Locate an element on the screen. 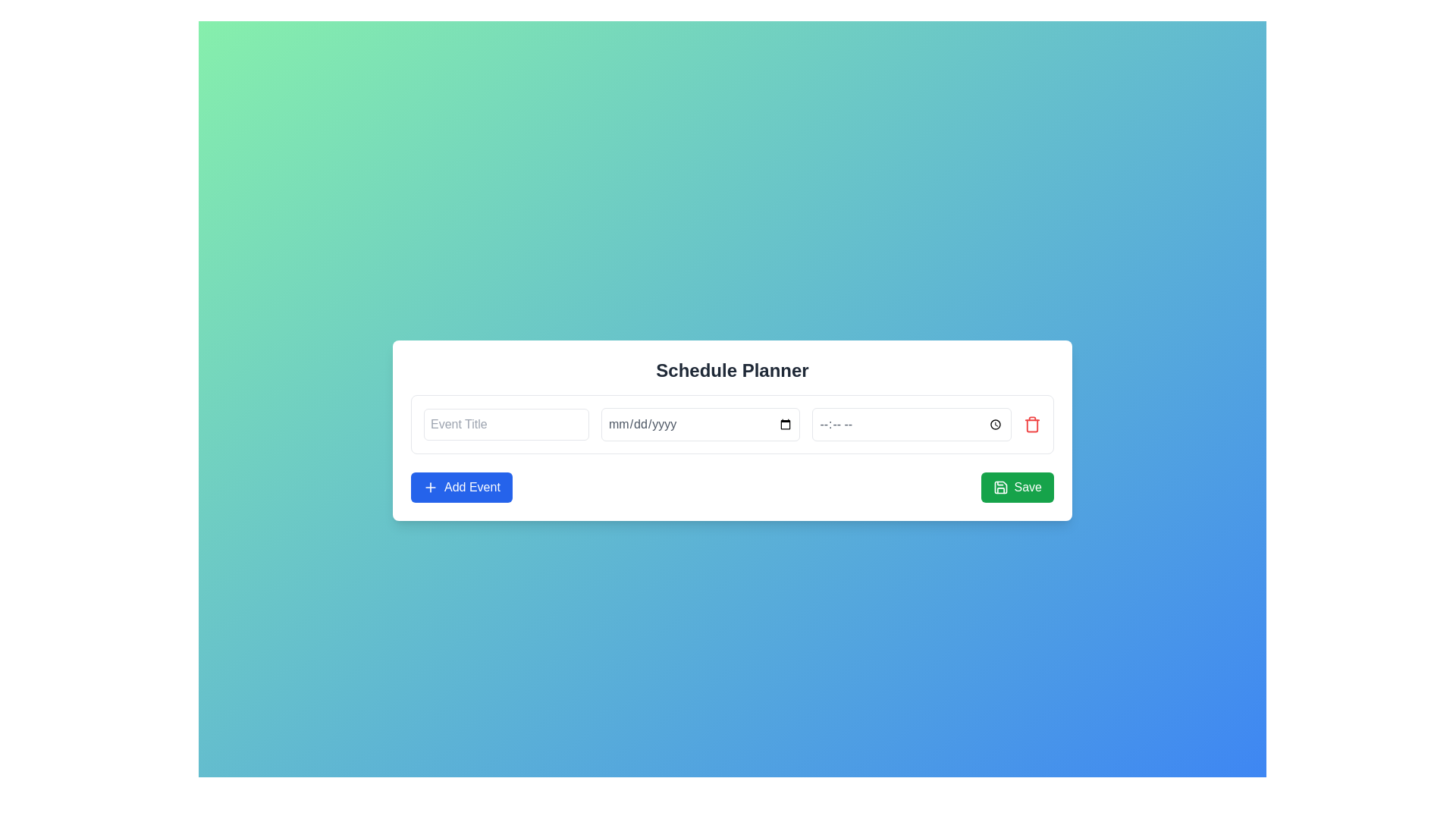 The image size is (1456, 819). a date from the dropdown calendar in the Date input field, which is centrally positioned between a text input field and a time input field is located at coordinates (700, 424).